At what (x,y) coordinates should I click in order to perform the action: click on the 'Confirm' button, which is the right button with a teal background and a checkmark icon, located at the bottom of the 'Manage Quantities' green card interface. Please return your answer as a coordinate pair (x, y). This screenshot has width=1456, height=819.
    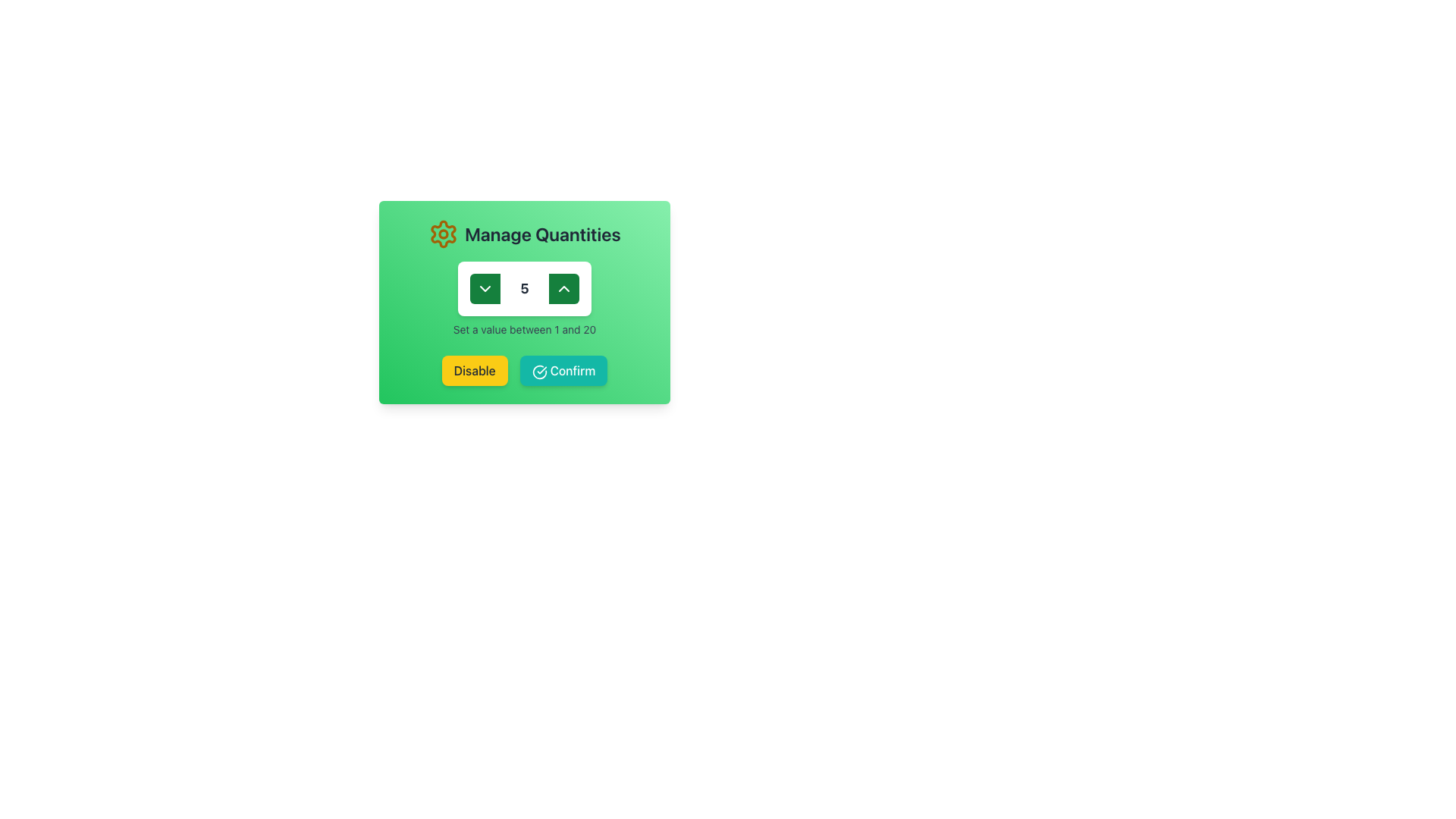
    Looking at the image, I should click on (524, 371).